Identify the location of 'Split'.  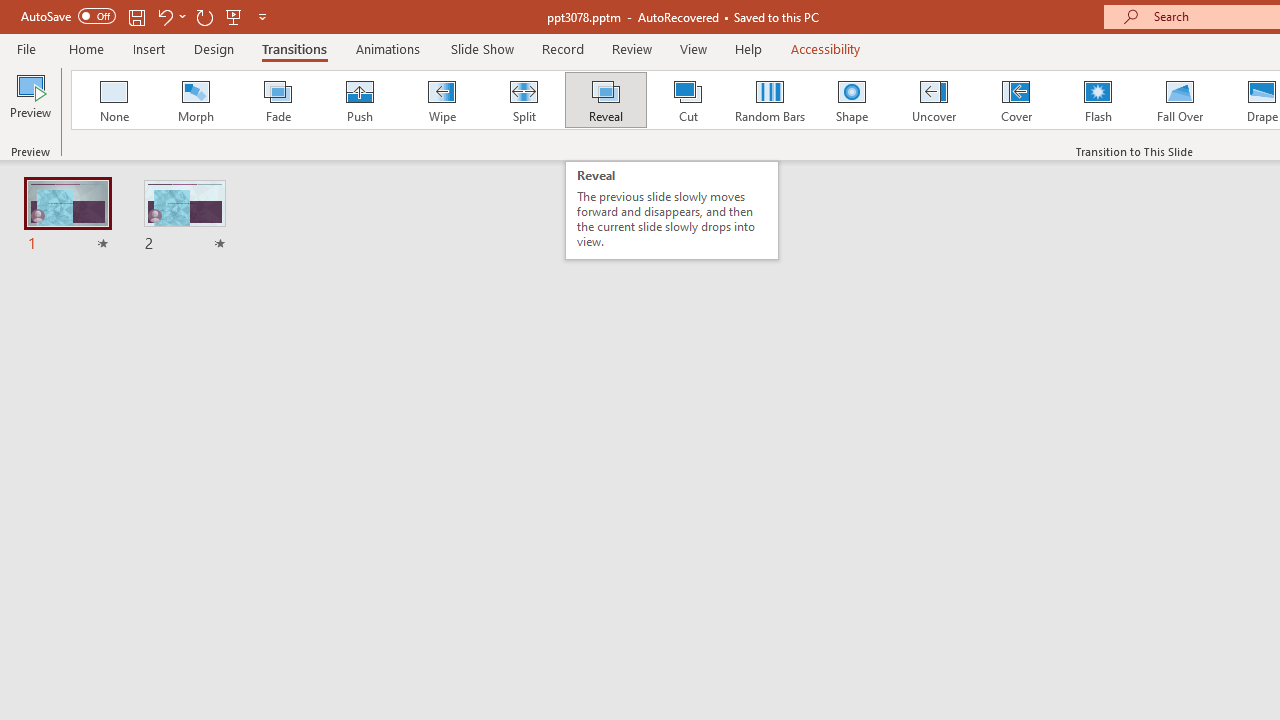
(523, 100).